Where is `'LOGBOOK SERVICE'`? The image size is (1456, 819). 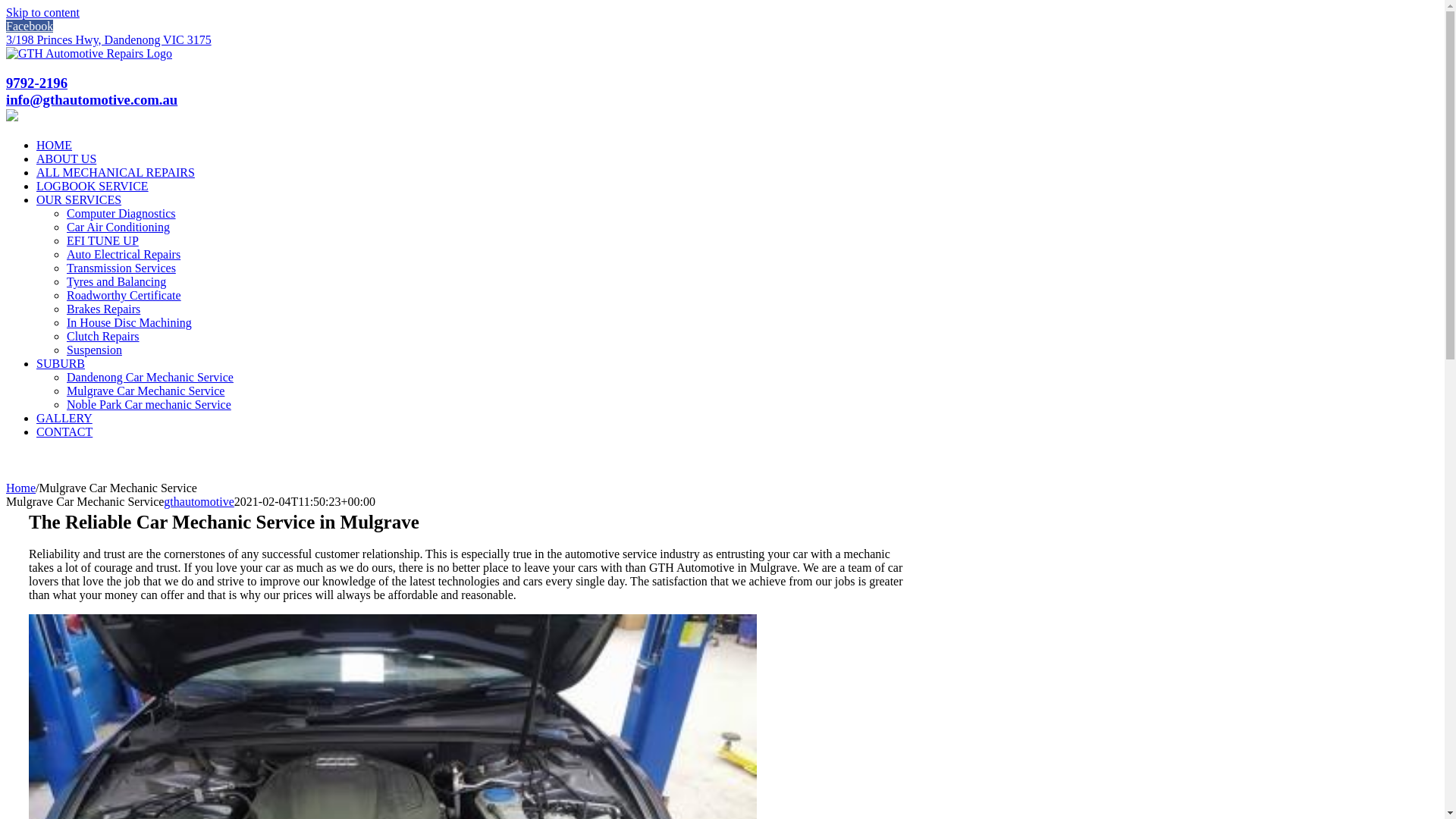 'LOGBOOK SERVICE' is located at coordinates (36, 185).